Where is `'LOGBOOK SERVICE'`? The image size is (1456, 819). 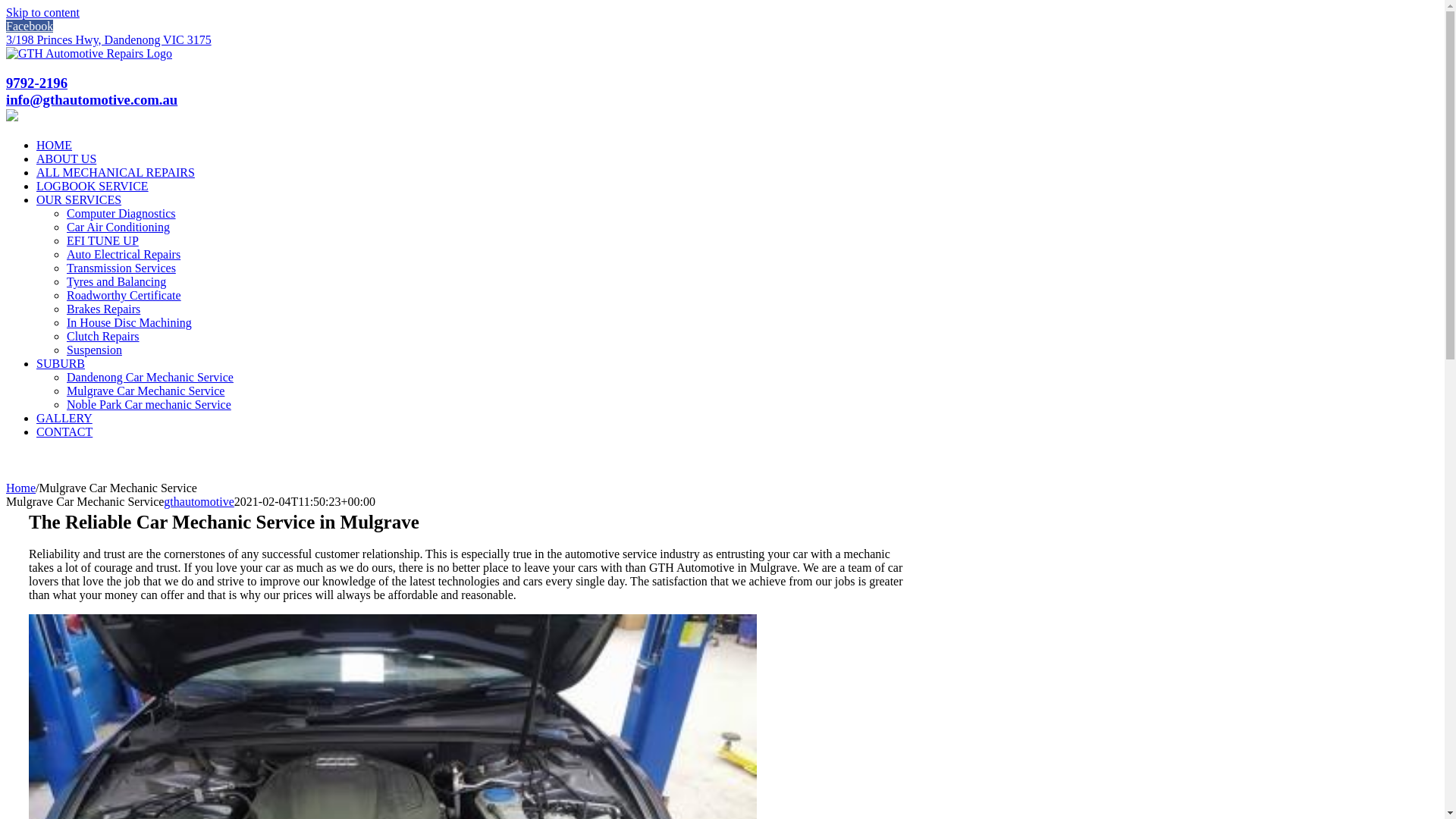 'LOGBOOK SERVICE' is located at coordinates (36, 185).